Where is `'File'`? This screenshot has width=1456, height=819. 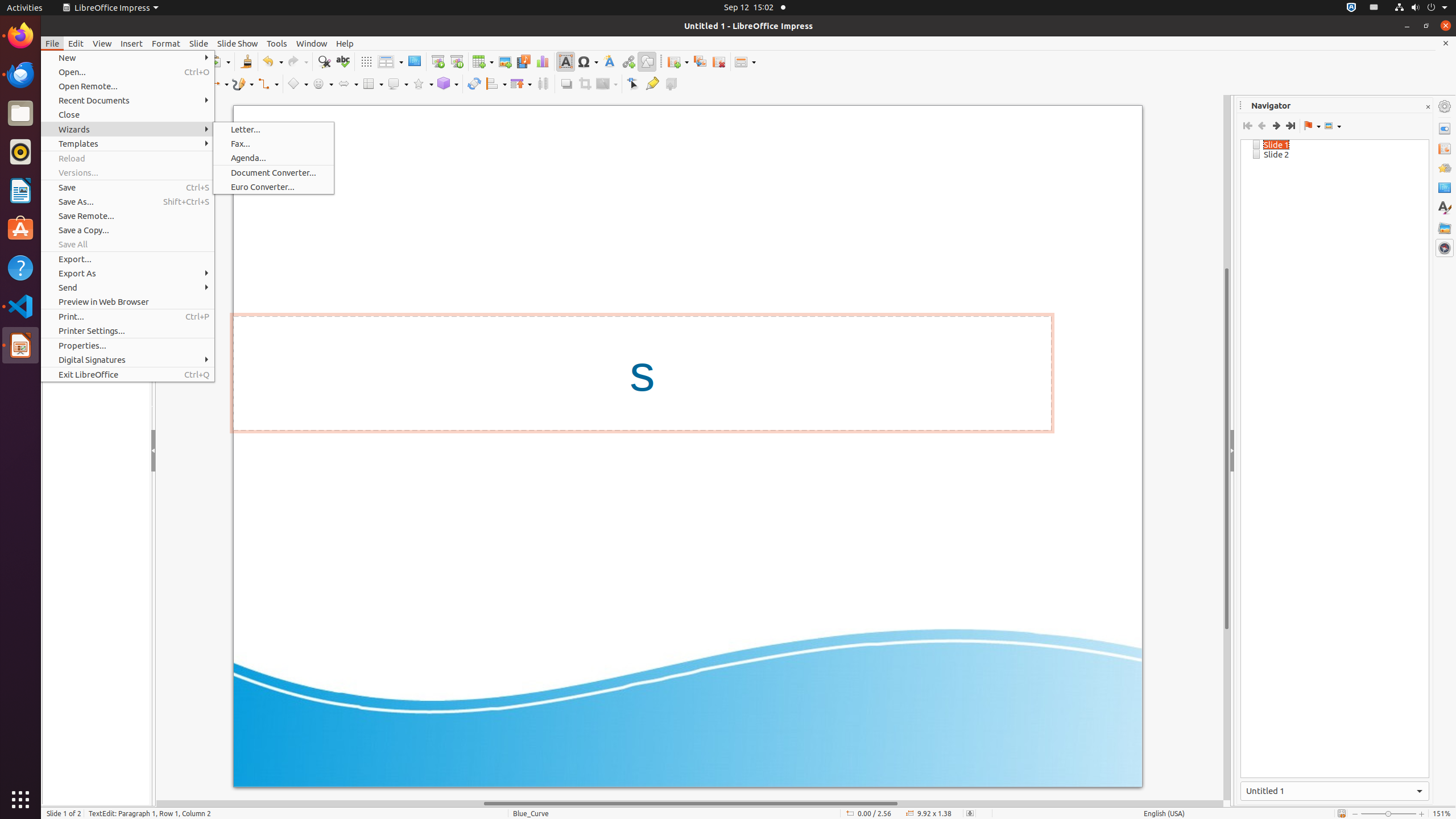
'File' is located at coordinates (51, 43).